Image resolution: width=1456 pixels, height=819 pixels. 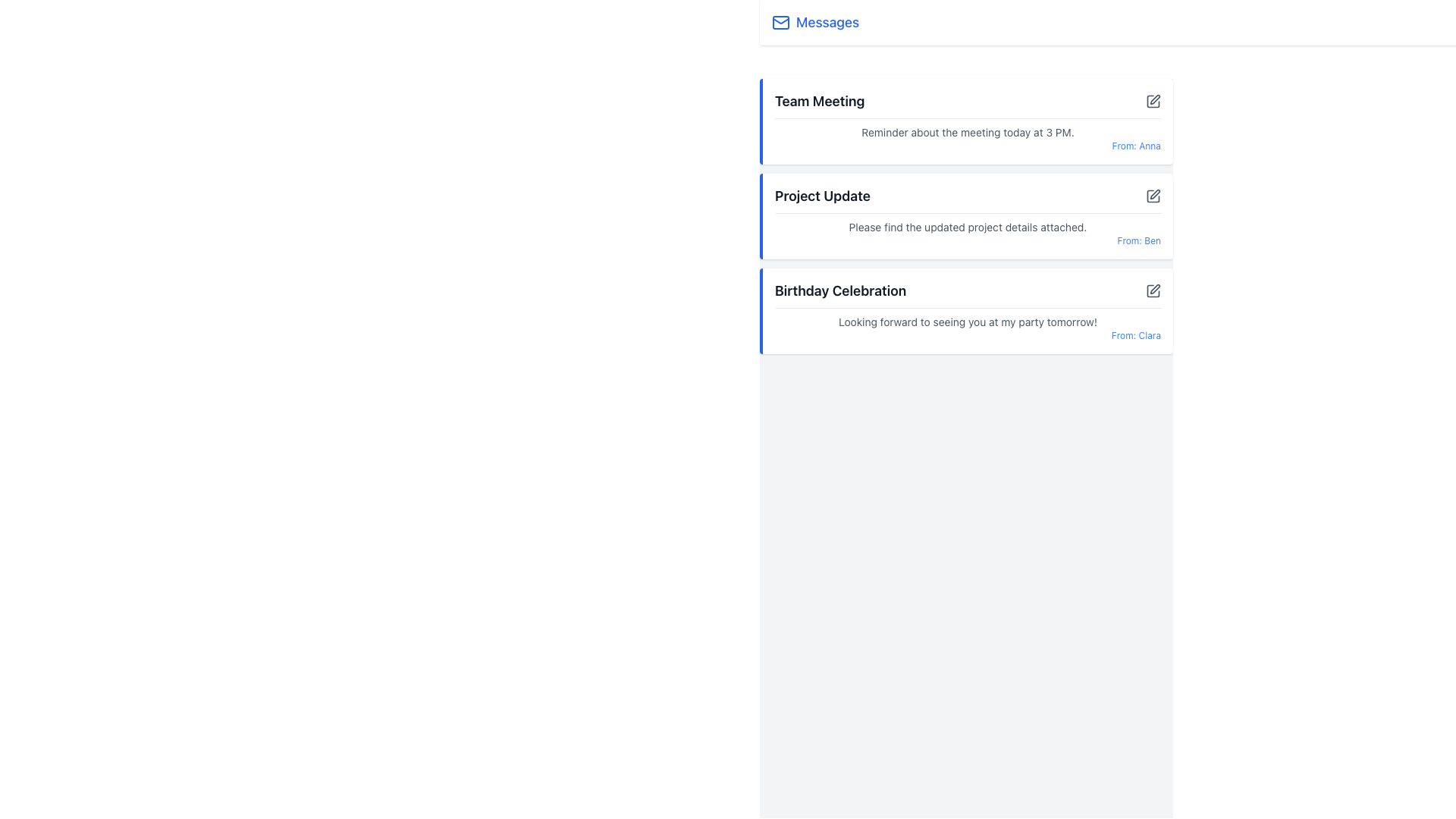 What do you see at coordinates (821, 195) in the screenshot?
I see `the text label displaying 'Project Update', which is bold and prominently positioned beneath 'Team Meeting' and above 'Birthday Celebration'` at bounding box center [821, 195].